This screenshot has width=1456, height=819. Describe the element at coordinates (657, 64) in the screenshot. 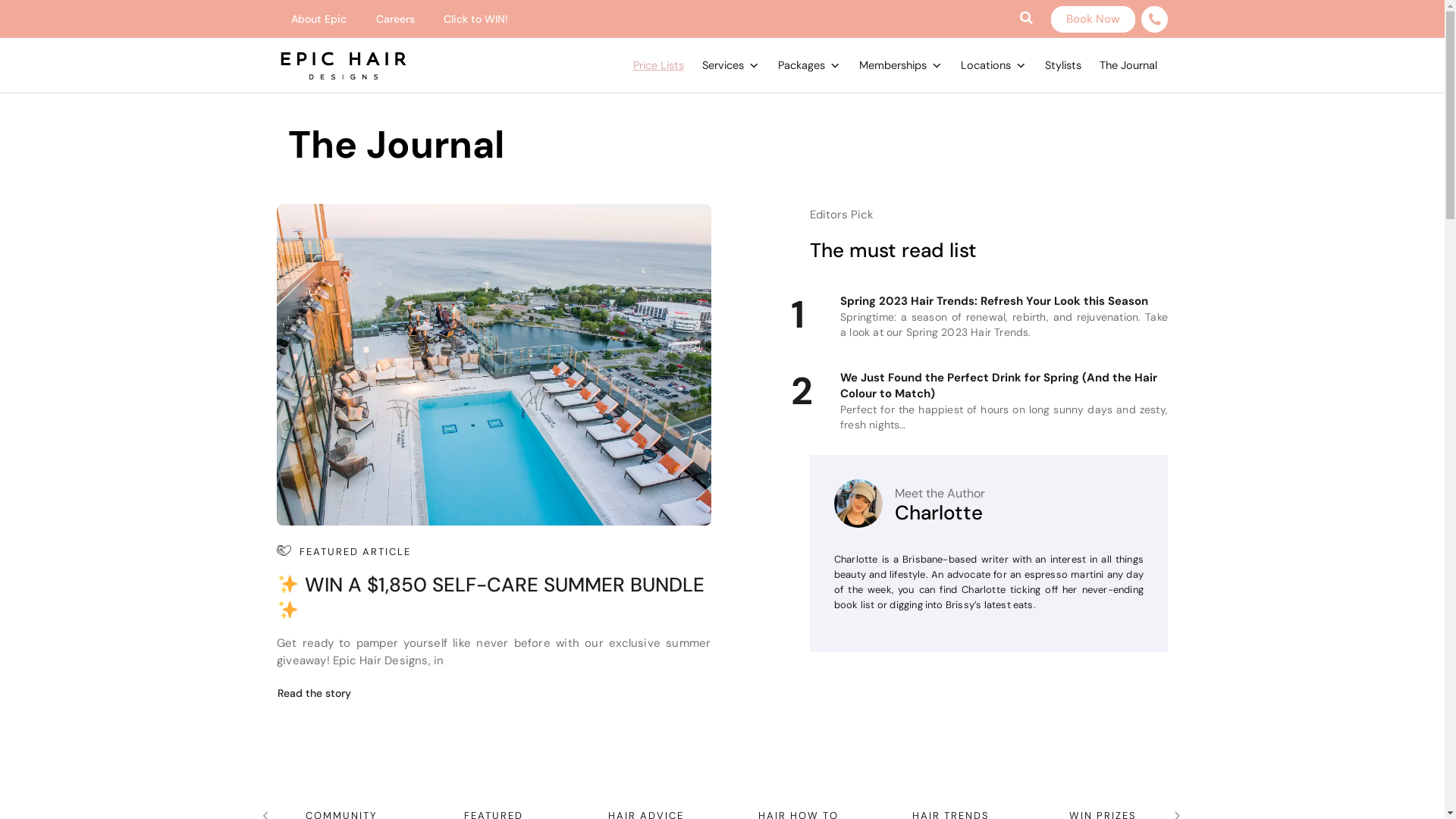

I see `'Price Lists'` at that location.